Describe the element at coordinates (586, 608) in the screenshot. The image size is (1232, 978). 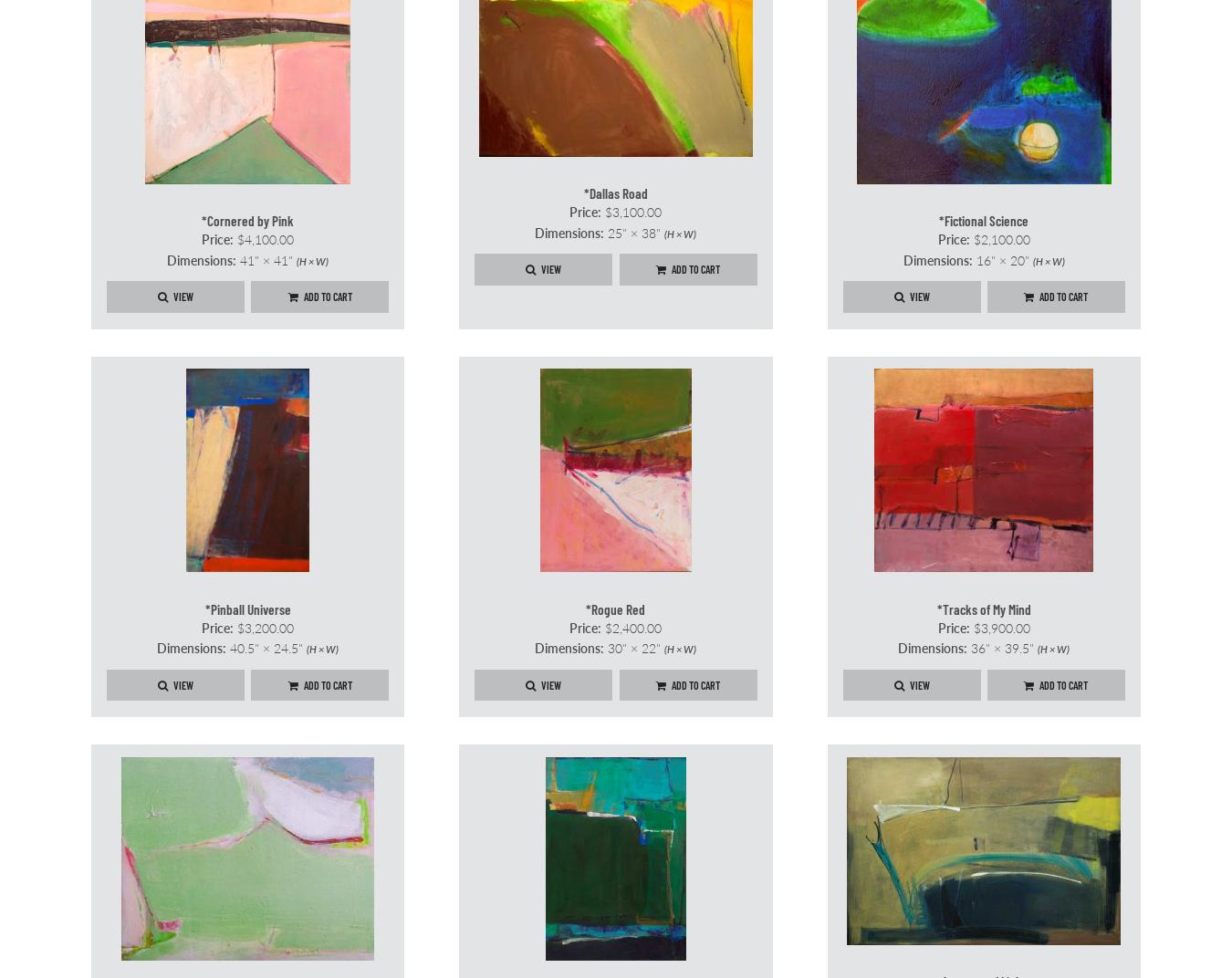
I see `'*Rogue Red'` at that location.